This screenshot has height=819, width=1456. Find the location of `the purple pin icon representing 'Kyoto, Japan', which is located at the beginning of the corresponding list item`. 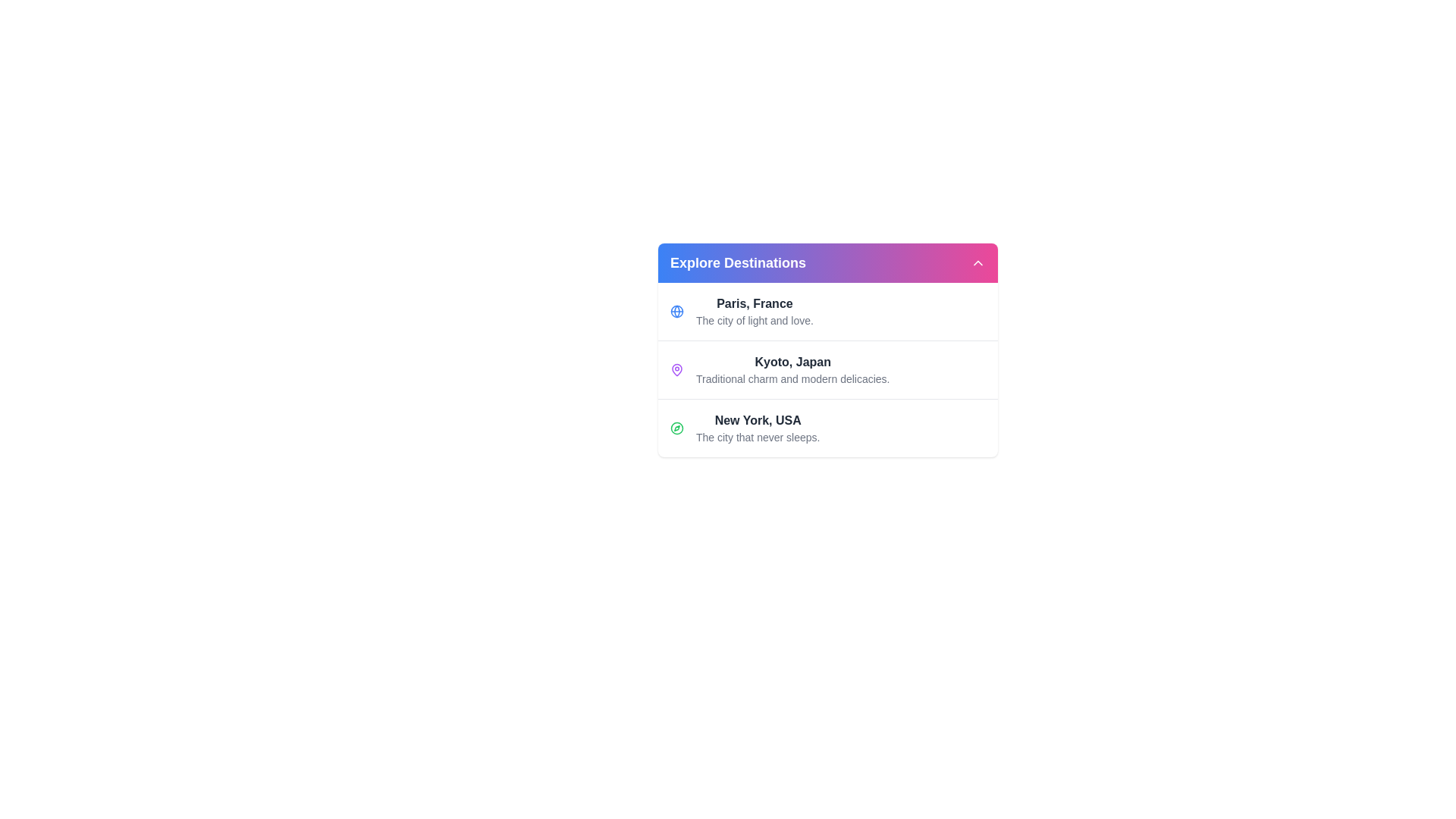

the purple pin icon representing 'Kyoto, Japan', which is located at the beginning of the corresponding list item is located at coordinates (676, 370).